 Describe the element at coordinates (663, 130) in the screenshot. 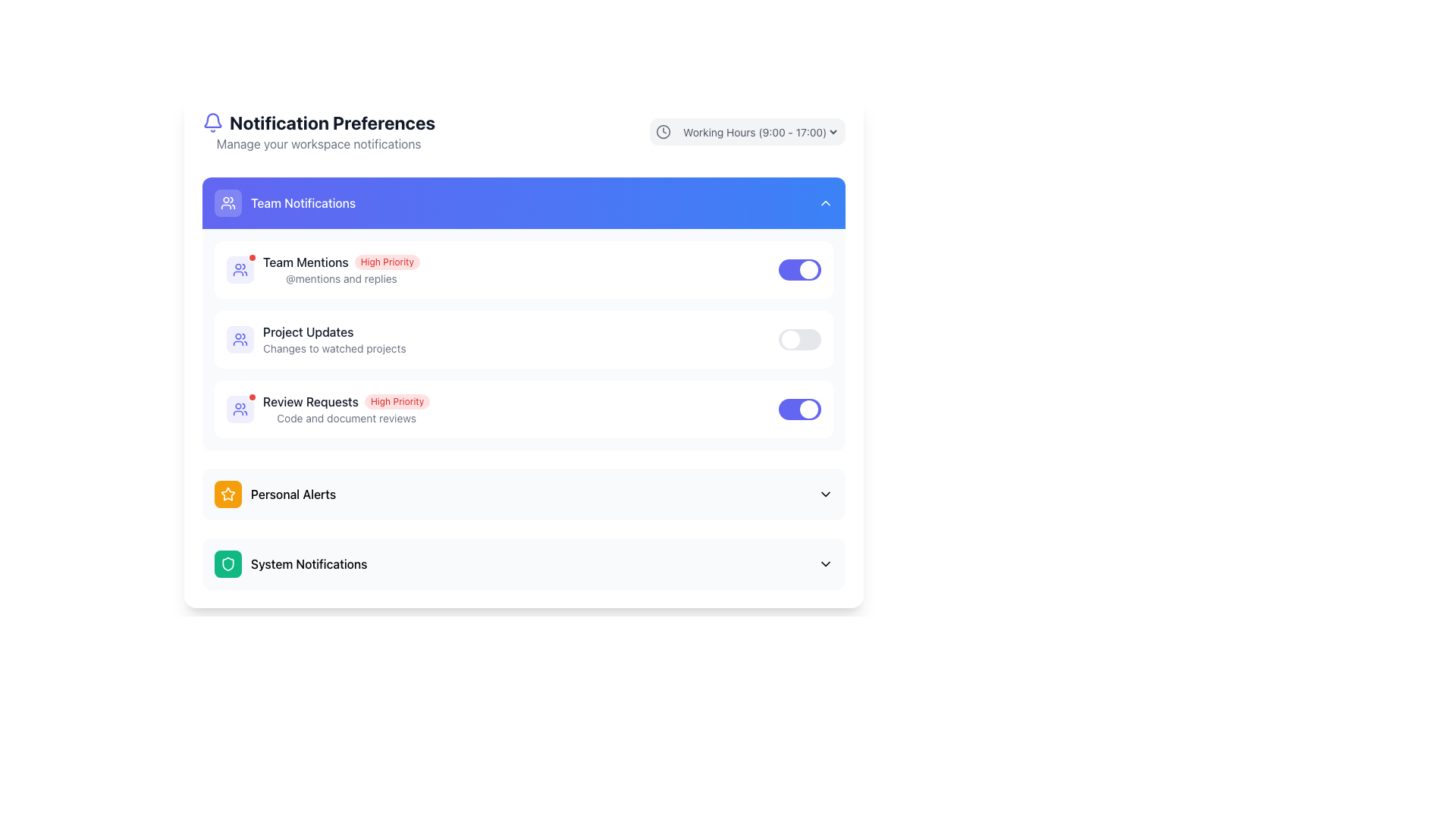

I see `the clock-like icon located in the top right portion of the interface, styled with a gray color scheme and positioned to the left of the 'Working Hours (9:00 - 17:00)' text` at that location.